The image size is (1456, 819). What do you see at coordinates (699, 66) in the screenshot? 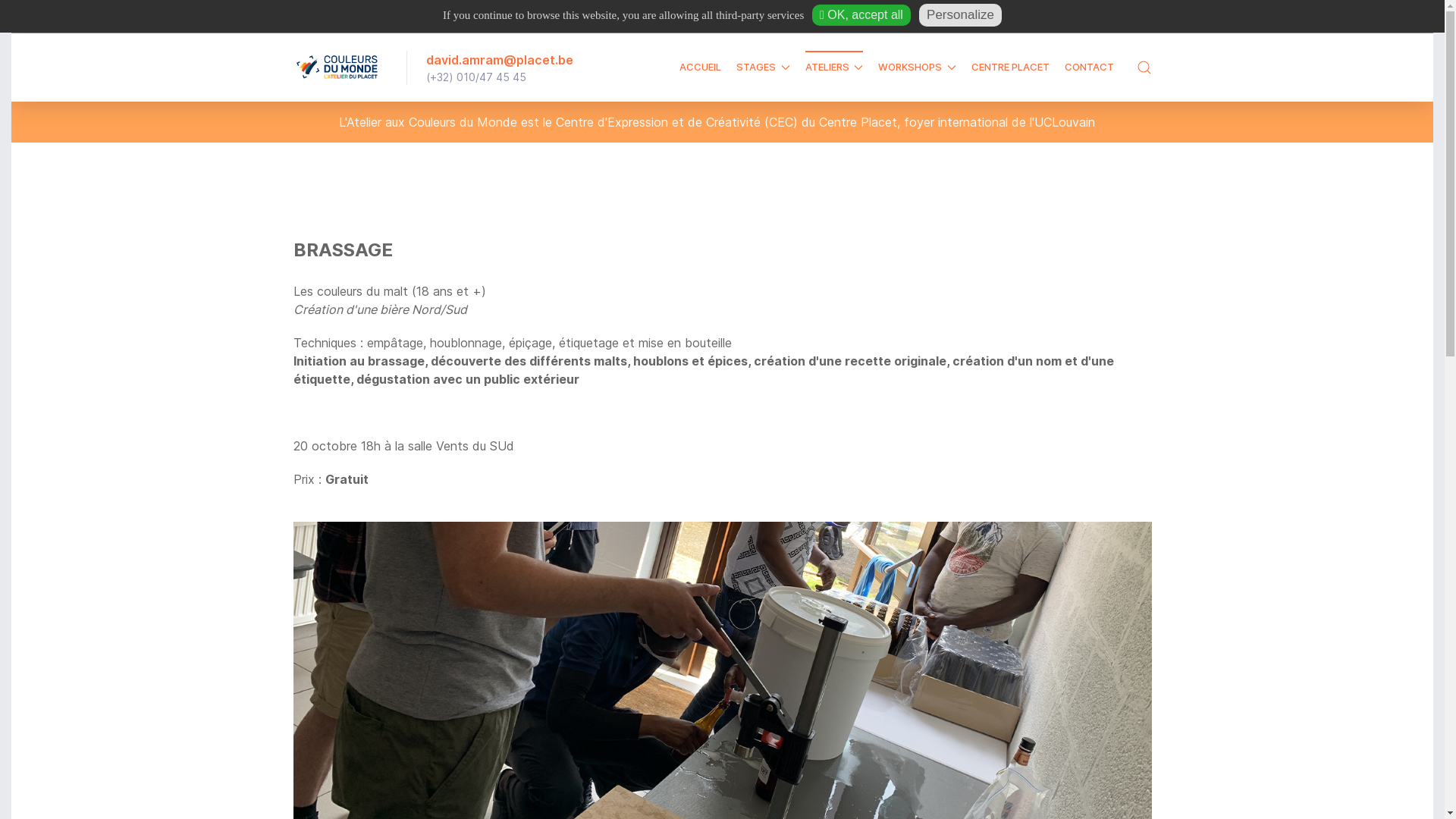
I see `'ACCUEIL'` at bounding box center [699, 66].